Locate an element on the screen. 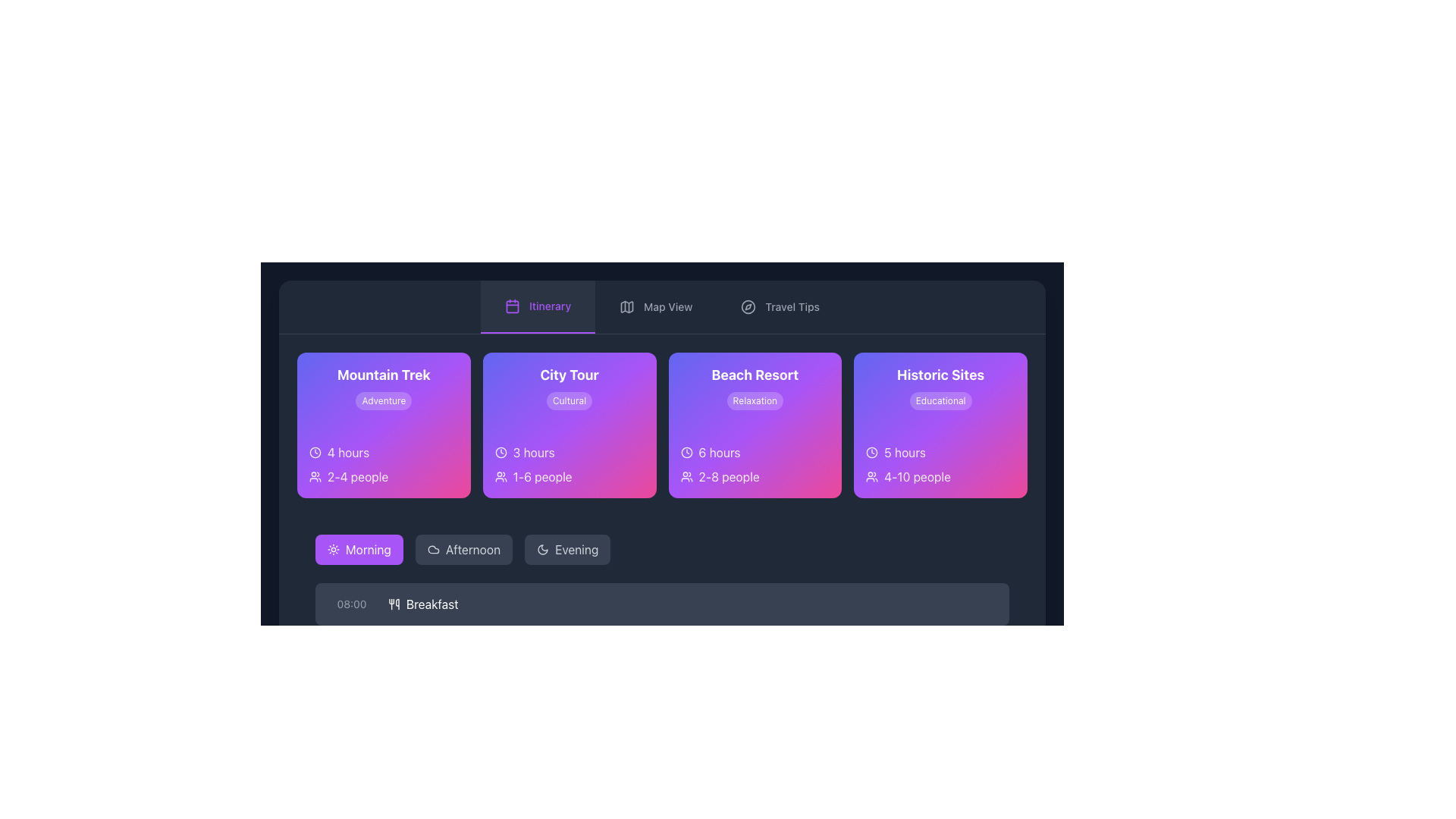 The width and height of the screenshot is (1456, 819). the text element that indicates the group size or capacity is located at coordinates (542, 475).